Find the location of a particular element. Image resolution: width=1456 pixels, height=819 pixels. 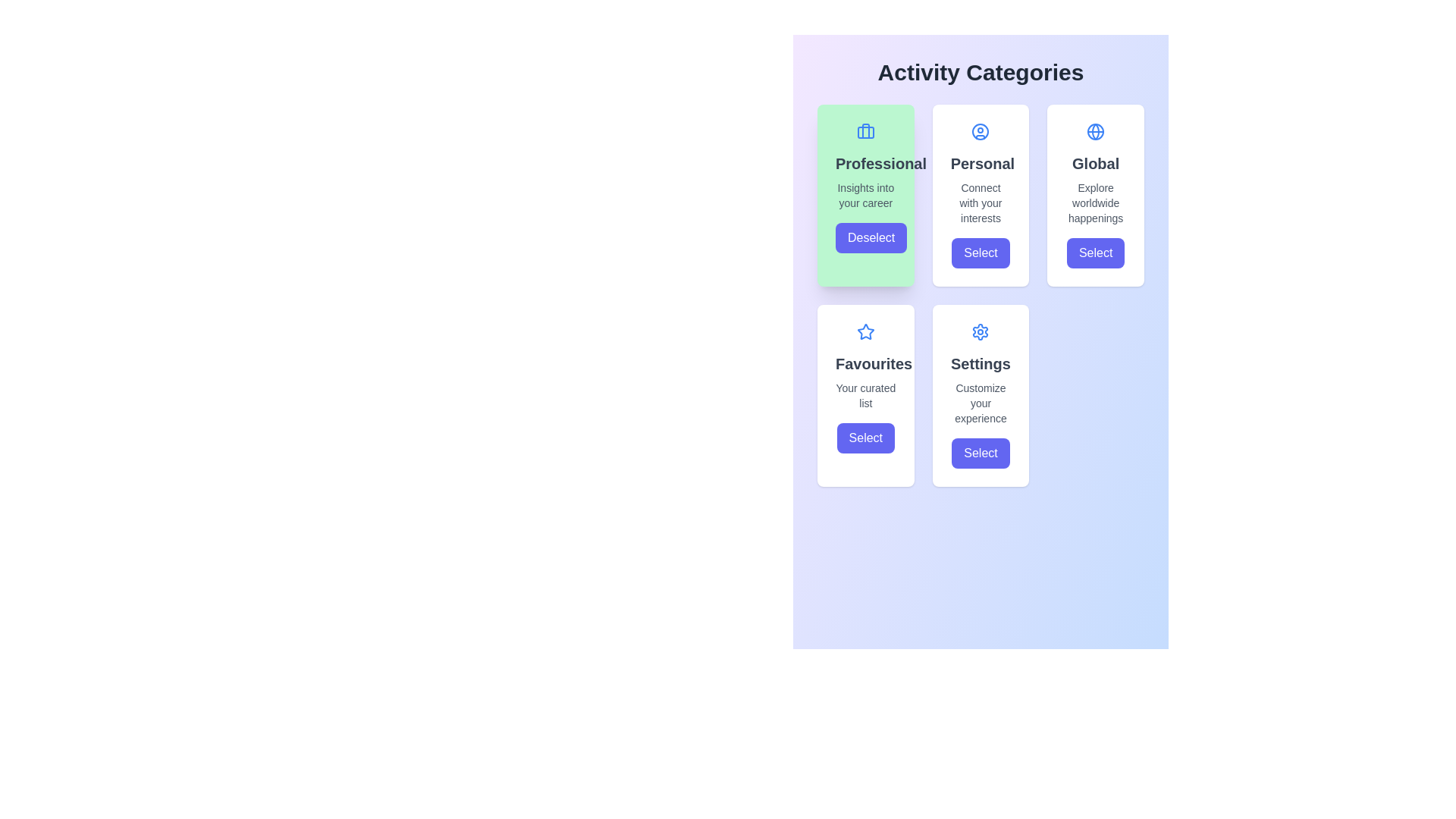

the user profile icon within the circle located in the top-right card labeled 'Personal' in the 'Activity Categories' section is located at coordinates (981, 130).